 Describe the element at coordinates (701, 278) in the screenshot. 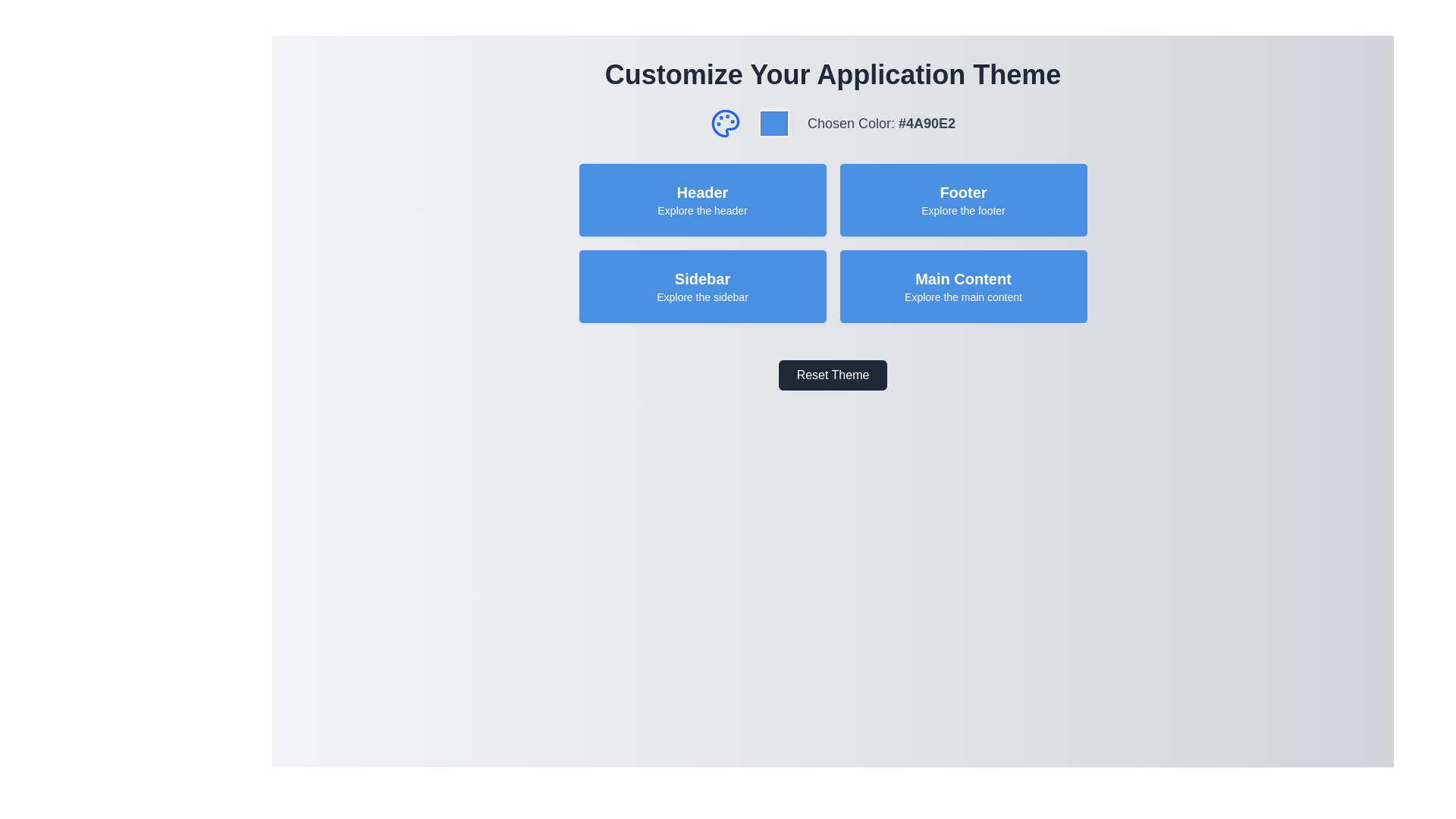

I see `text label that serves as a title for the 'Sidebar' button, located within the blue button labeled 'Sidebar Explore the sidebar' in the bottom-left section of the four-button grid` at that location.